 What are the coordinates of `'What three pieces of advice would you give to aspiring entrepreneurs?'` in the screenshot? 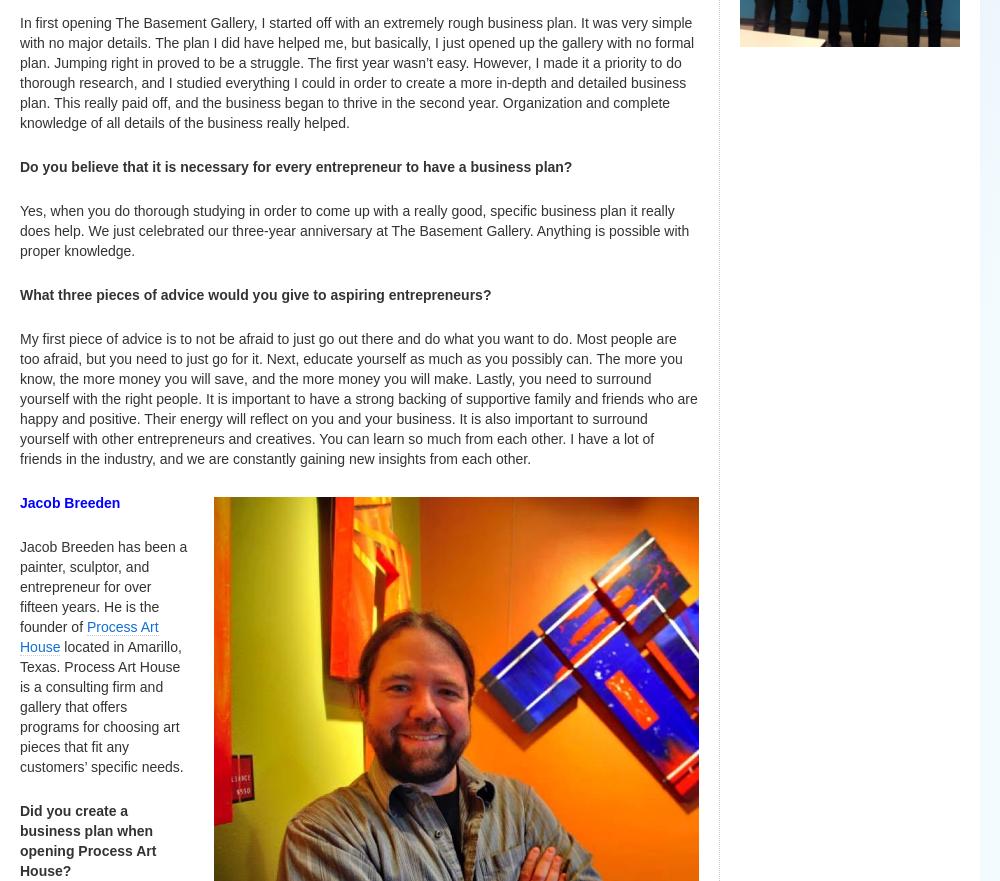 It's located at (255, 293).